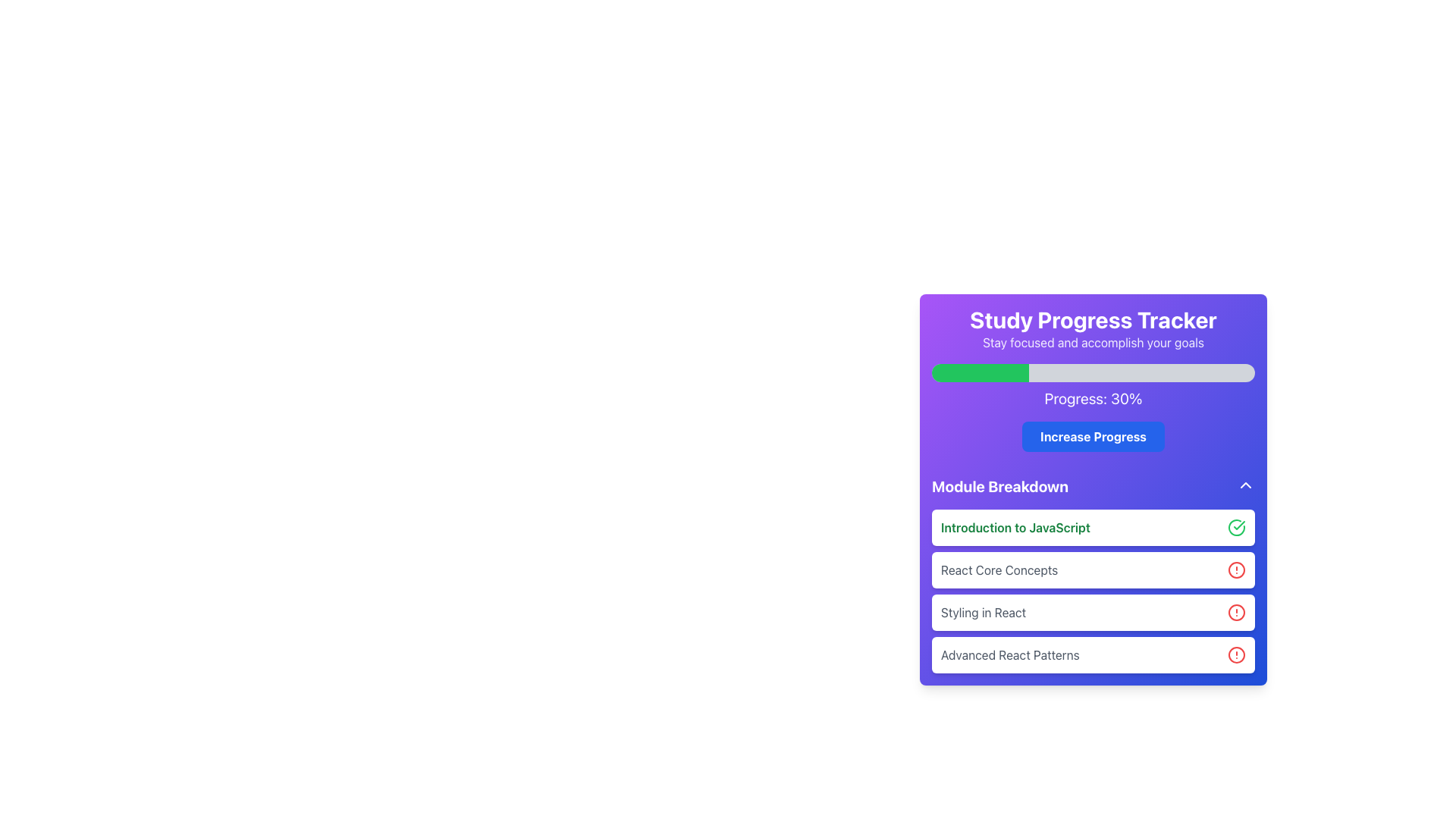  What do you see at coordinates (1015, 526) in the screenshot?
I see `the text label representing the title of a learning module located under the 'Module Breakdown' section, which is the first listing in the vertical list of modules` at bounding box center [1015, 526].